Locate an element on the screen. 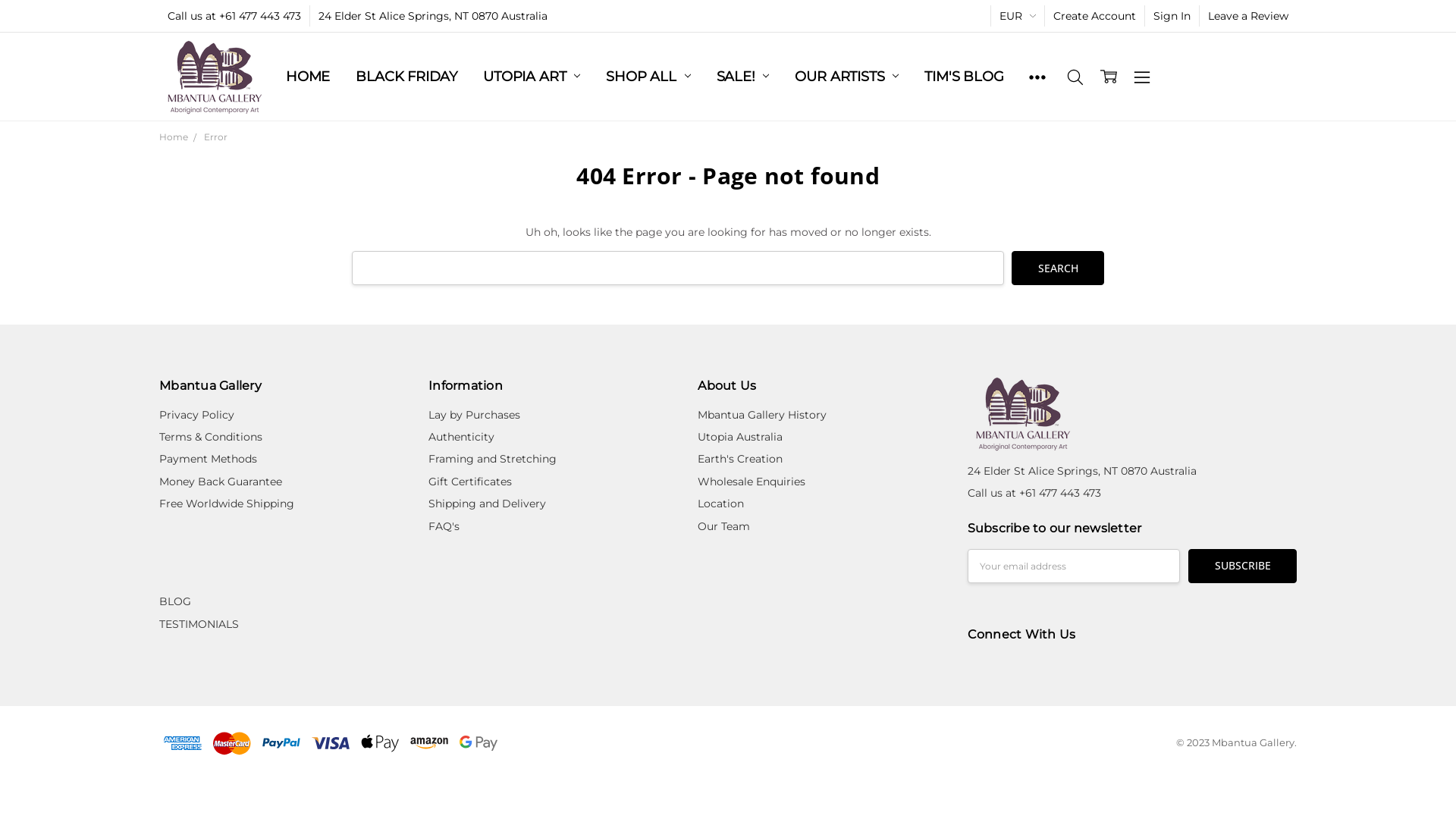 The image size is (1456, 819). 'SALE!' is located at coordinates (702, 76).